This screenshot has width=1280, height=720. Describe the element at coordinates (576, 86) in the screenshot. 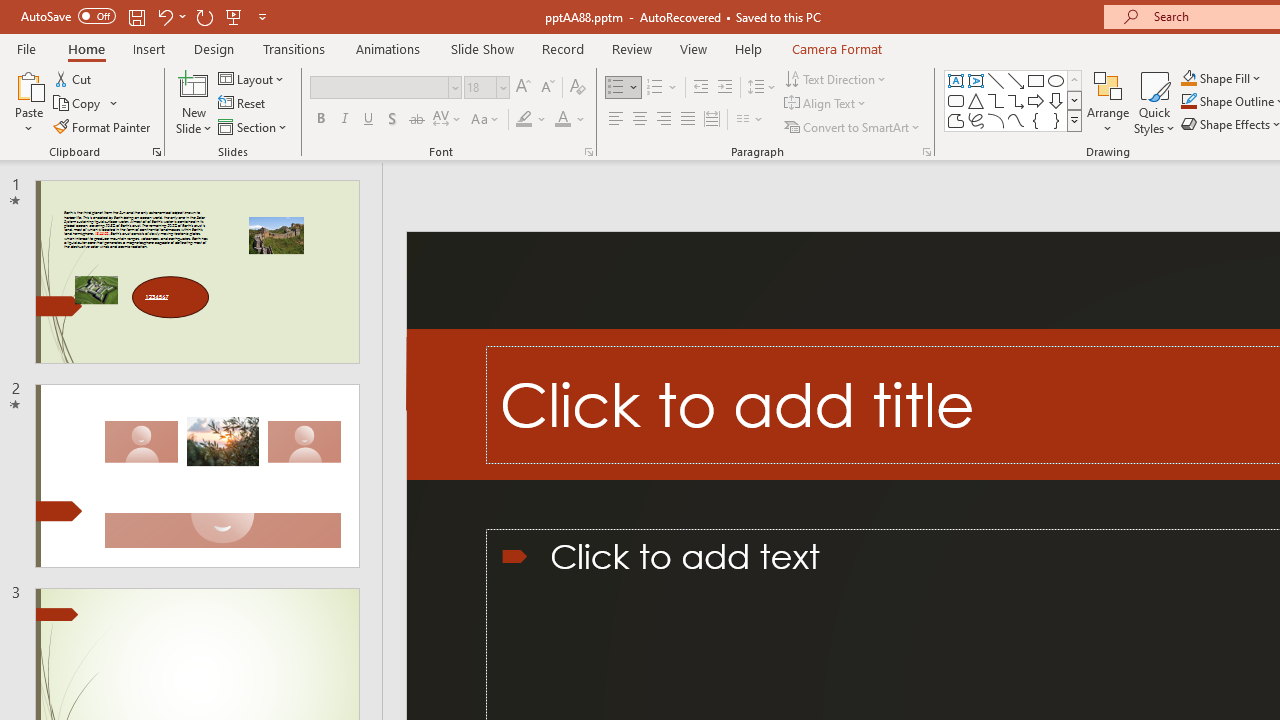

I see `'Clear Formatting'` at that location.